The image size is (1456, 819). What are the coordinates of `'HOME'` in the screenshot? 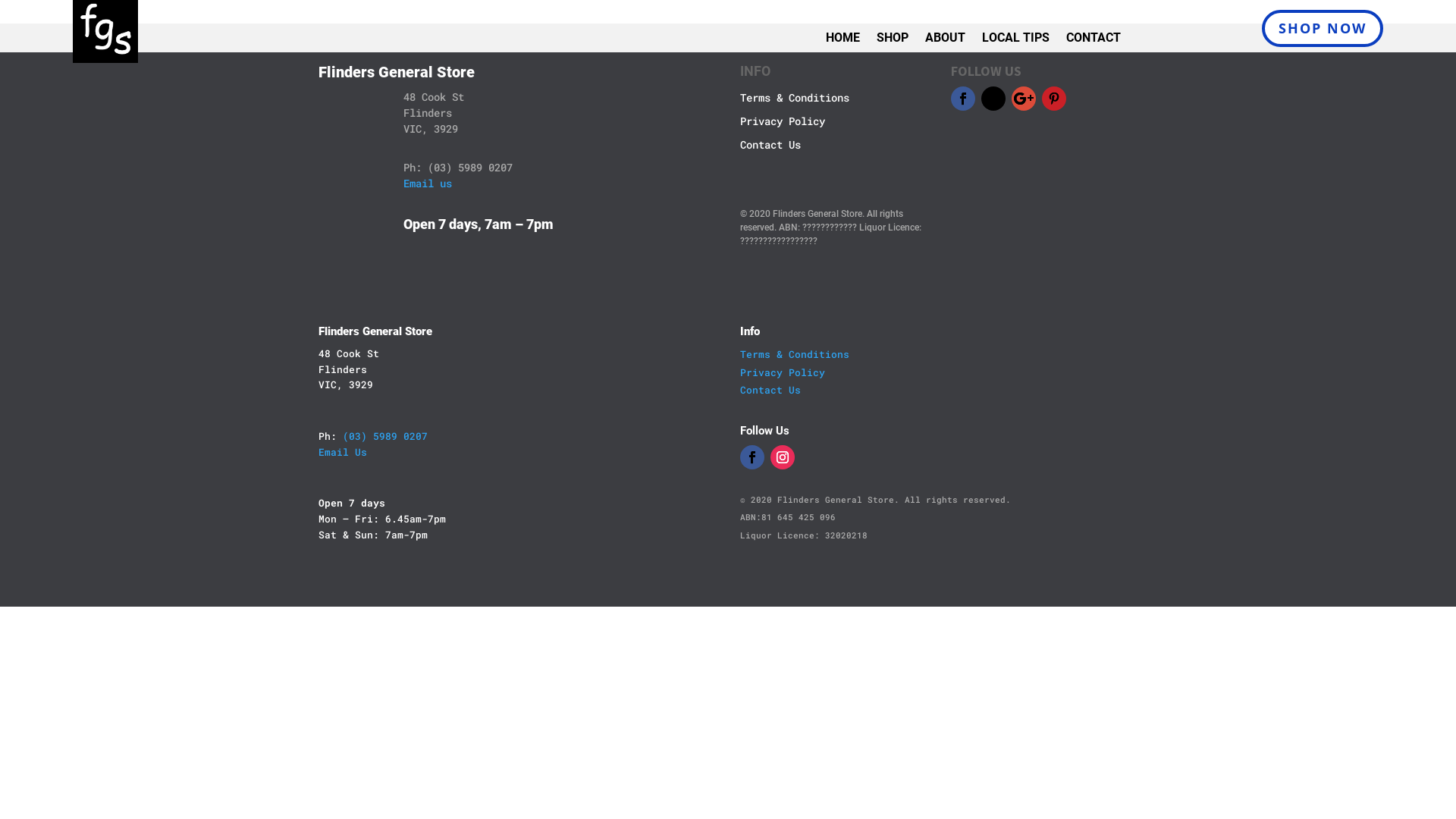 It's located at (842, 40).